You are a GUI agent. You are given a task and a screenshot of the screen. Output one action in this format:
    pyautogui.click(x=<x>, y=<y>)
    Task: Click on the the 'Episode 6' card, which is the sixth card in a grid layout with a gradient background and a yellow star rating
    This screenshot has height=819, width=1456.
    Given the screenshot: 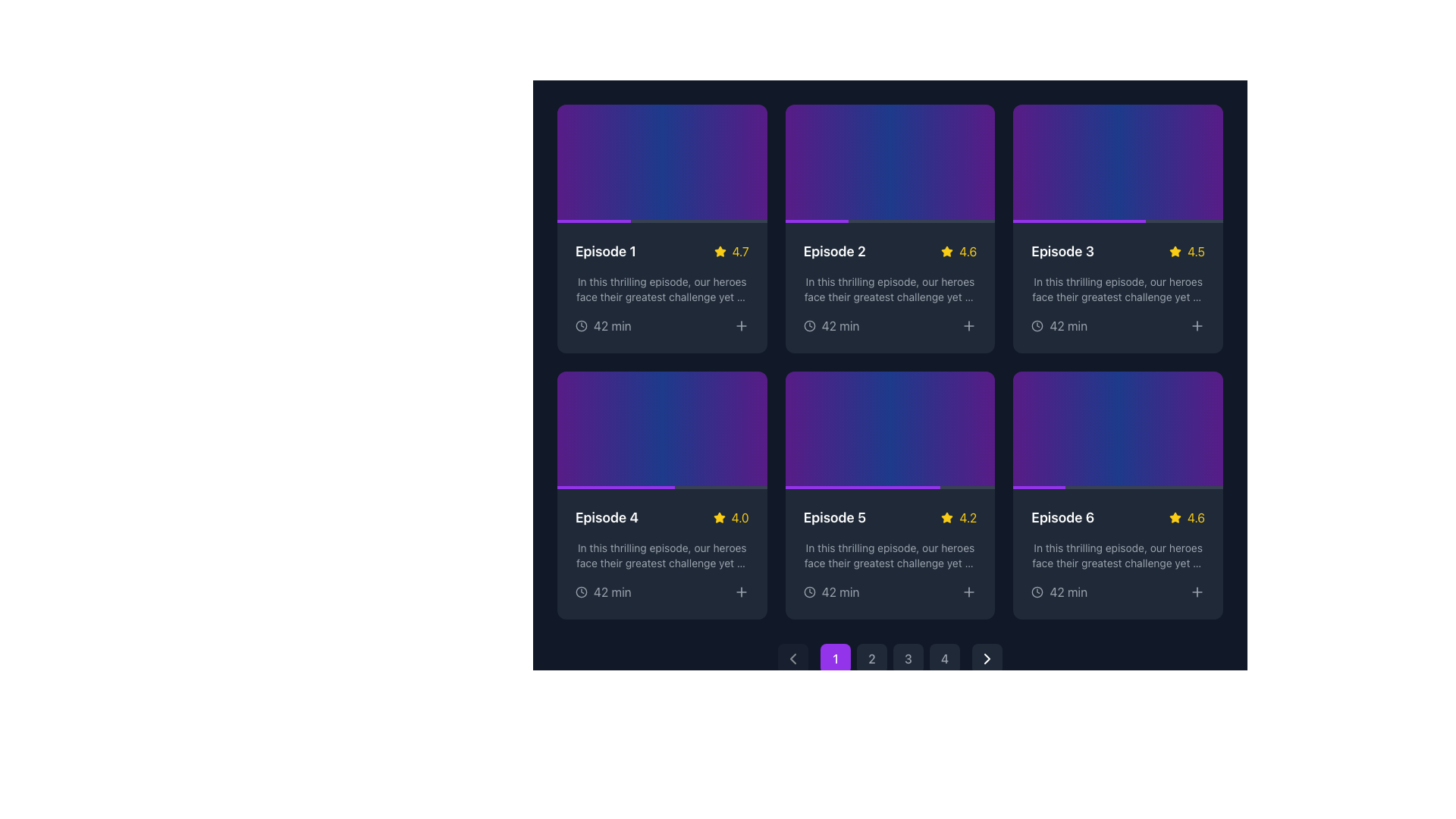 What is the action you would take?
    pyautogui.click(x=1118, y=495)
    